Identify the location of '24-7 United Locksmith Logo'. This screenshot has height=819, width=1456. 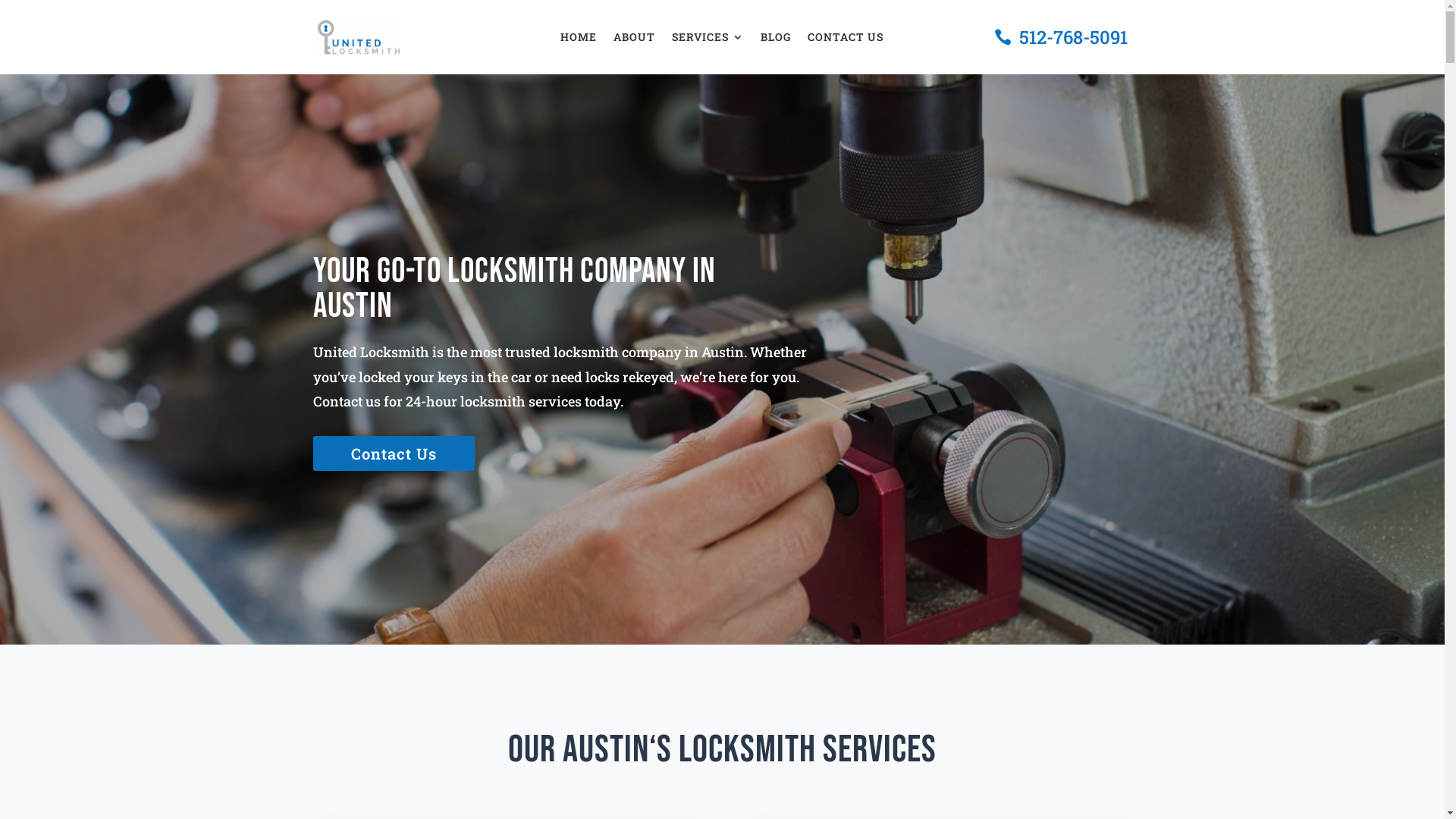
(358, 36).